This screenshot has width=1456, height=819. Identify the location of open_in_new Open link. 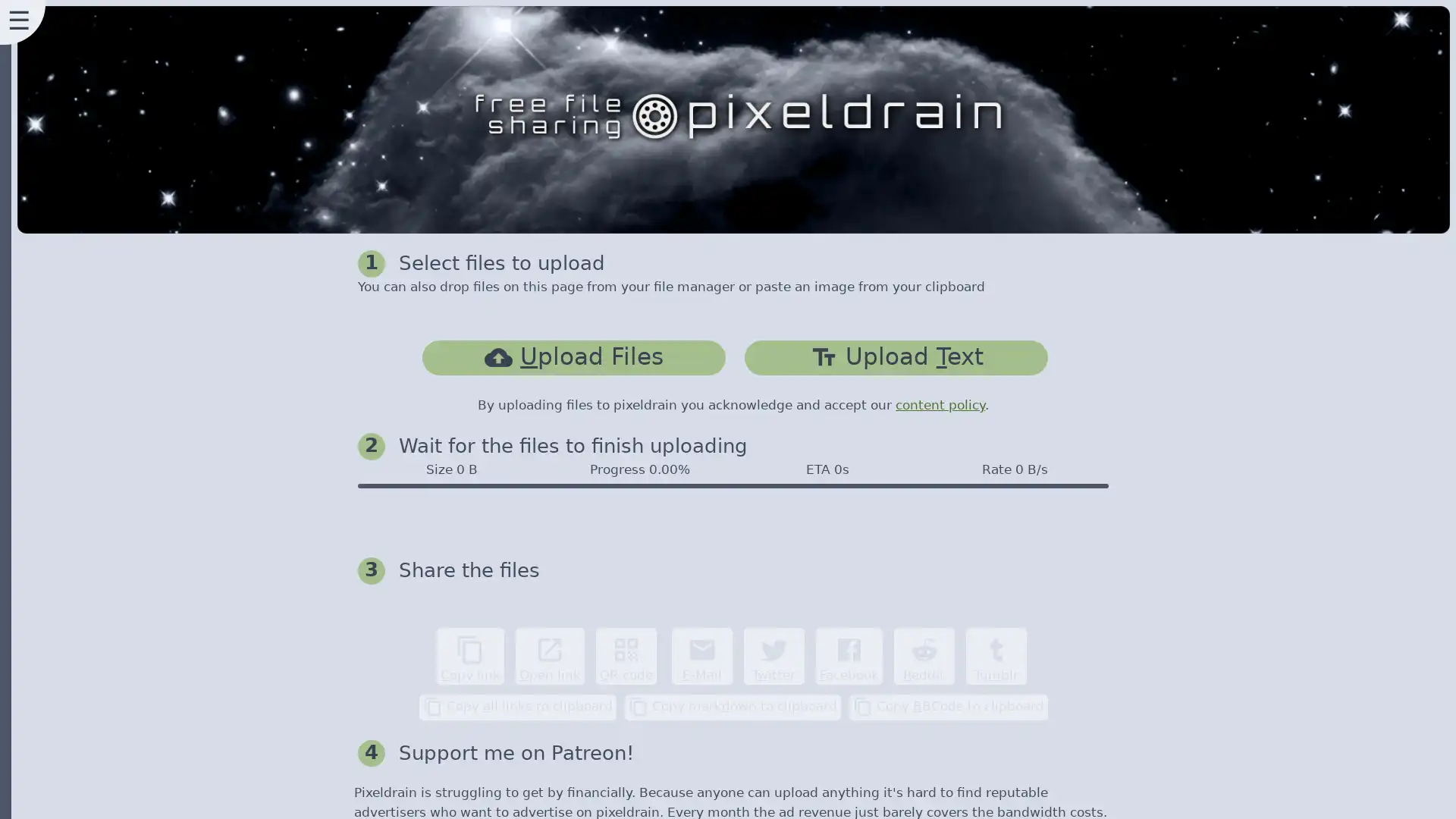
(654, 655).